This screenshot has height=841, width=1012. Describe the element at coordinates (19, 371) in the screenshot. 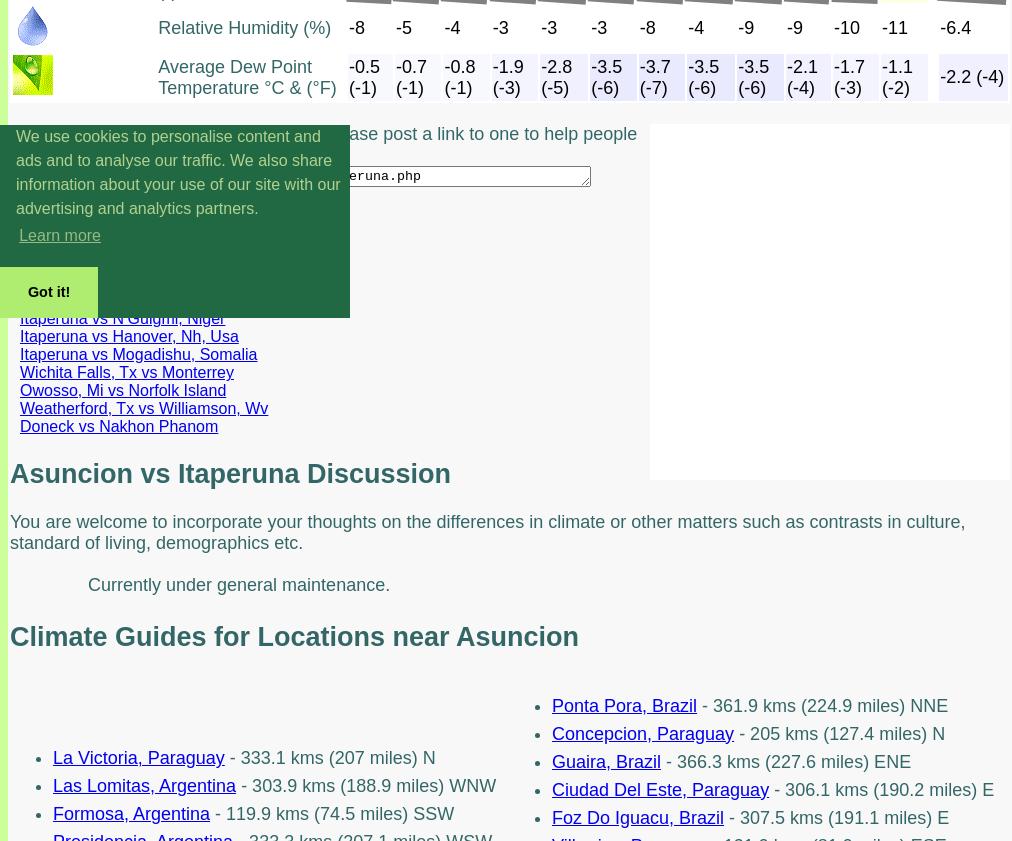

I see `'Wichita Falls, Tx   vs Monterrey'` at that location.